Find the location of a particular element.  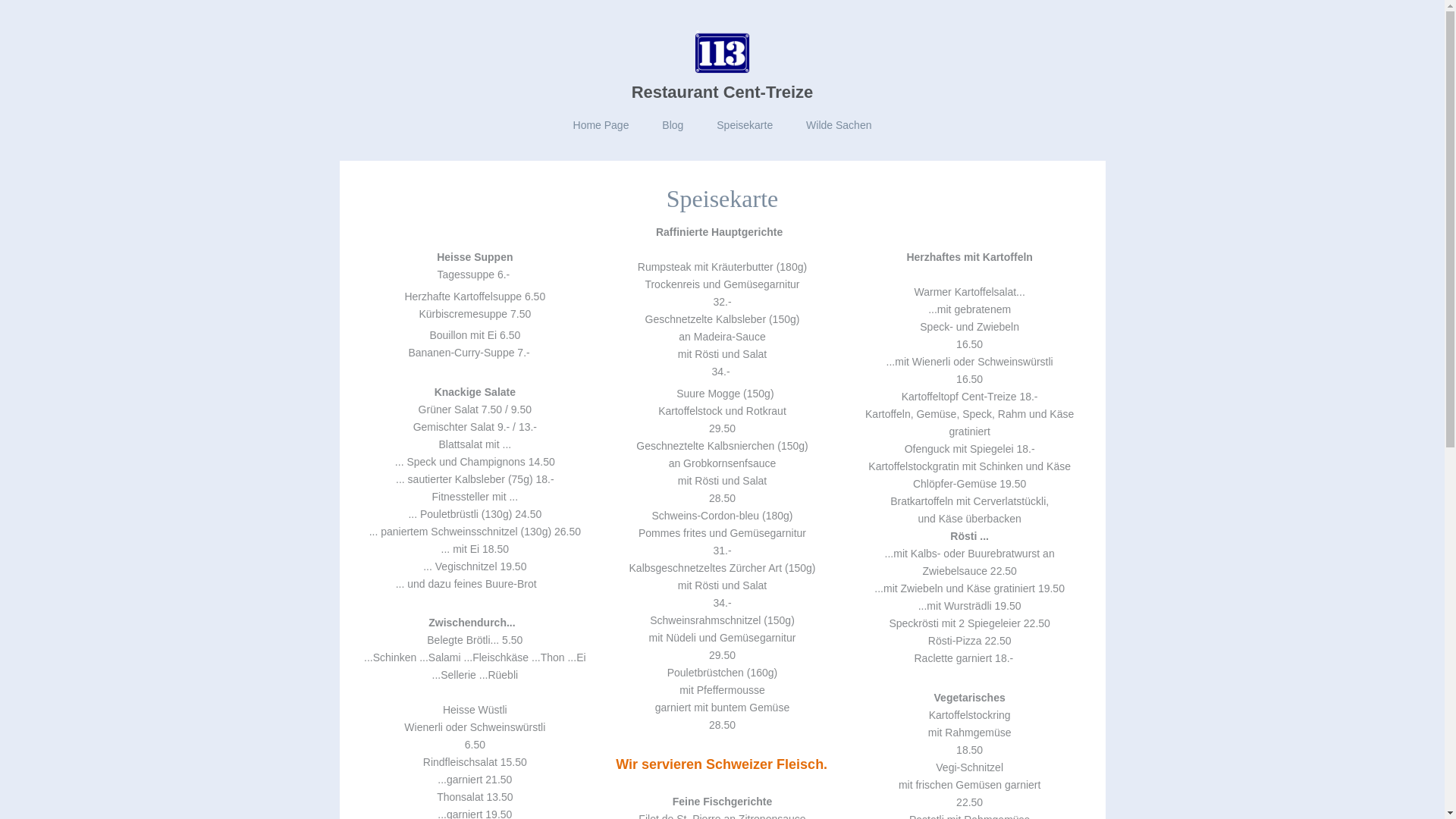

'Home Page' is located at coordinates (600, 124).